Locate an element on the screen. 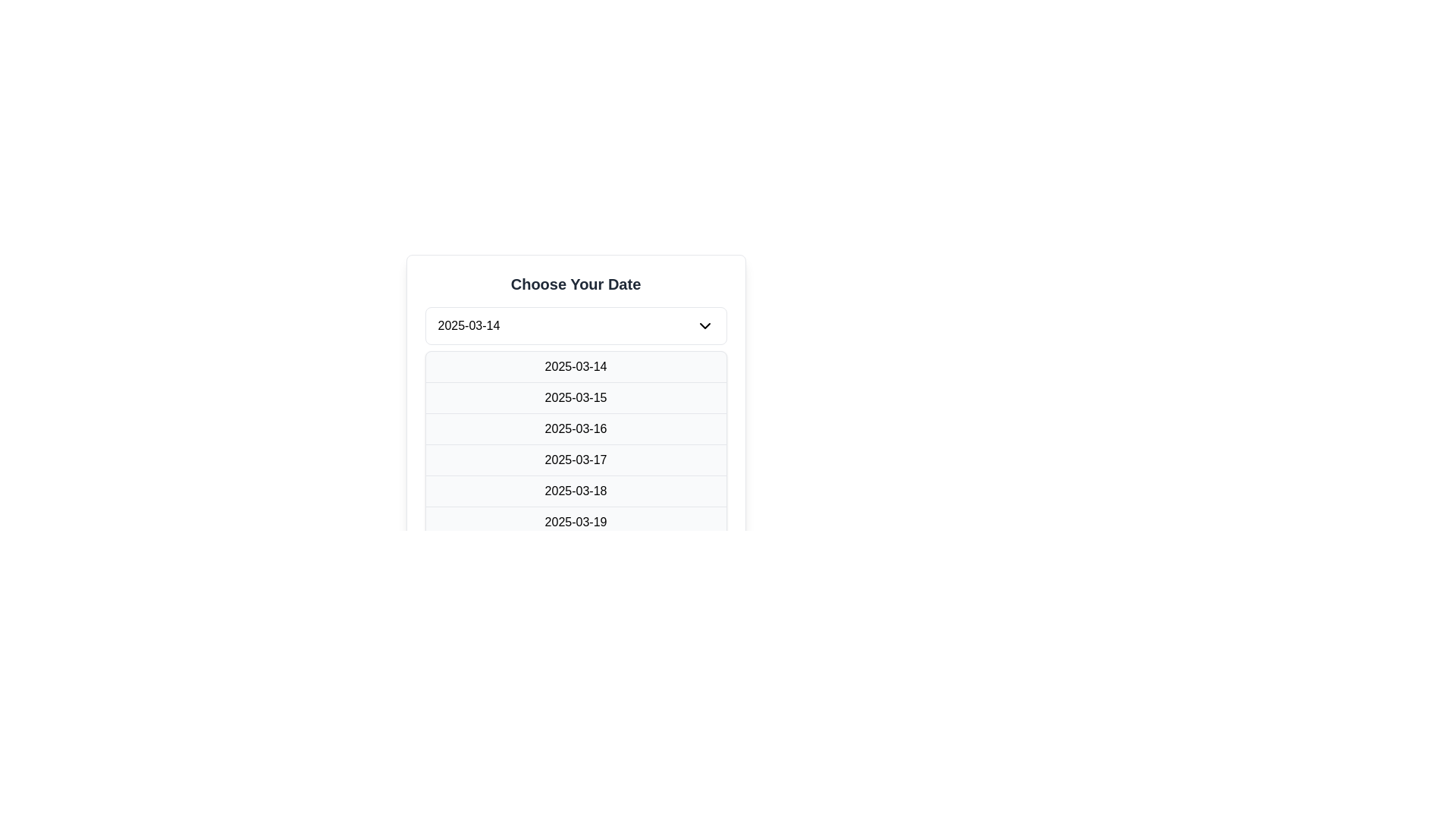 This screenshot has height=819, width=1456. the second date item in the selection list below the 'Choose Your Date' title is located at coordinates (575, 382).